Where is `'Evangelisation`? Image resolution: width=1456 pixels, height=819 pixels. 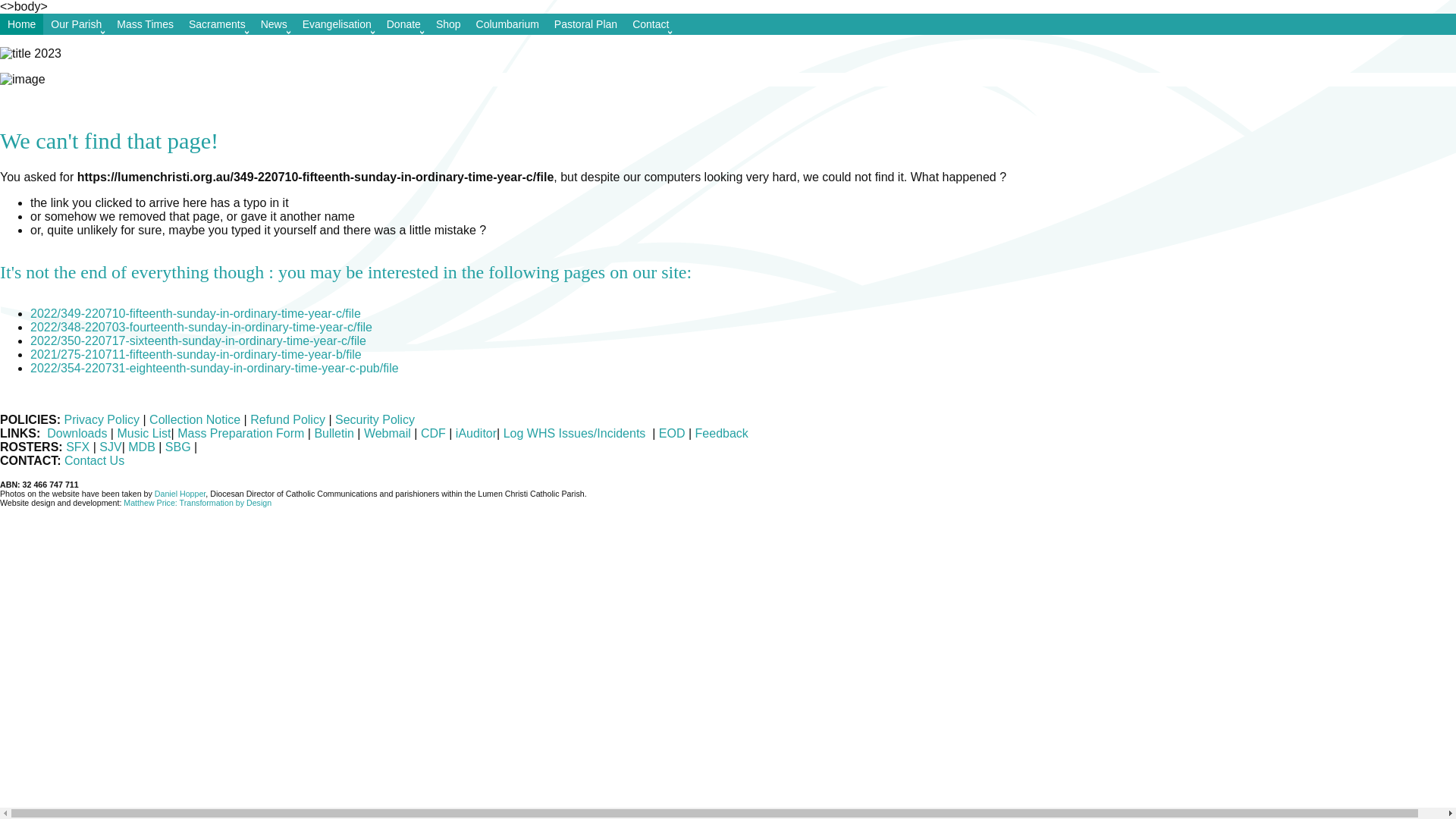 'Evangelisation is located at coordinates (336, 24).